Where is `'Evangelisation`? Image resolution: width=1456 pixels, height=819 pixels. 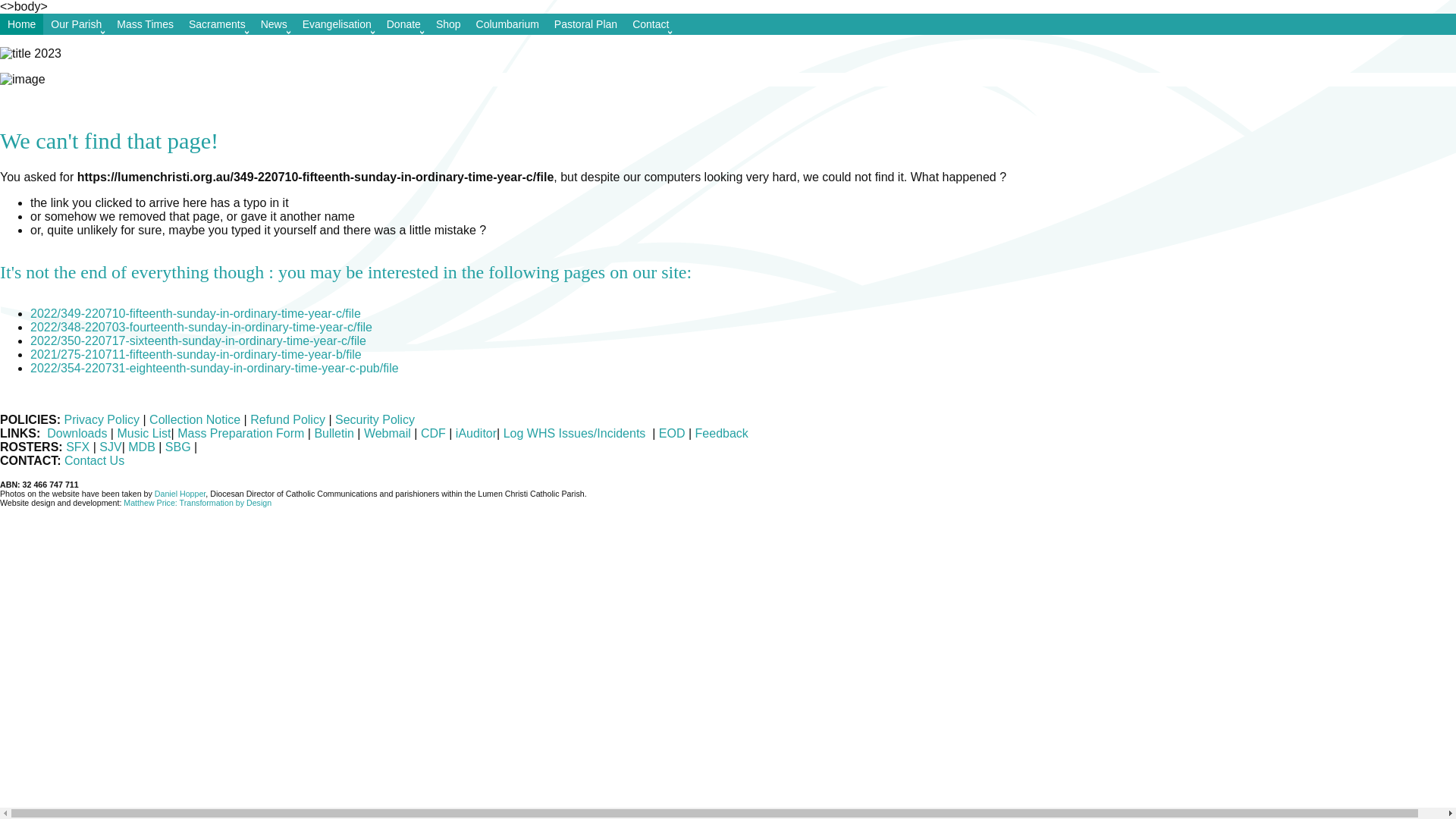 'Evangelisation is located at coordinates (336, 24).